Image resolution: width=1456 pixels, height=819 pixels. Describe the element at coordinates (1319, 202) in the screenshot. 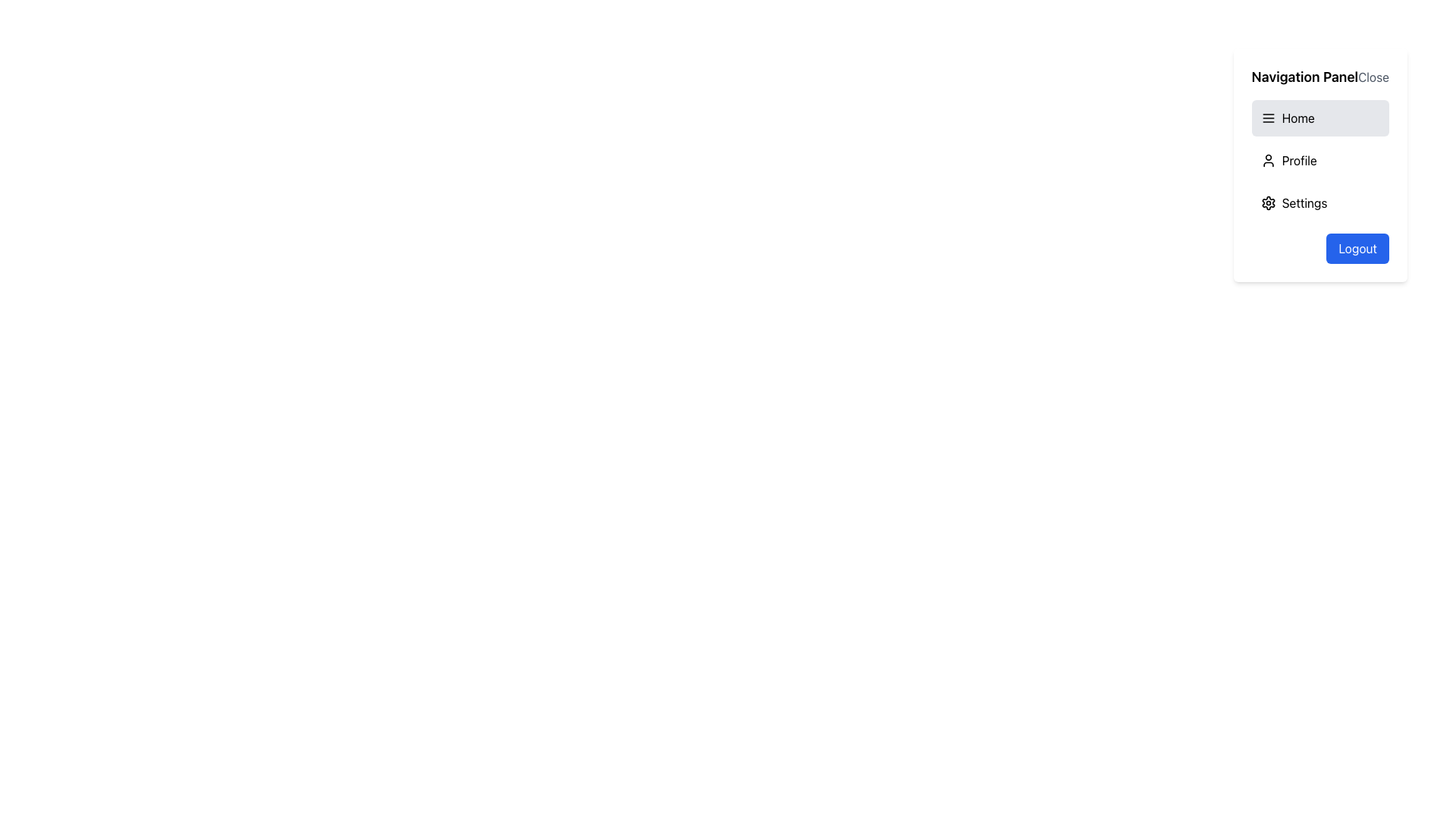

I see `the 'Settings' button, which features a cogwheel icon and is the third item in the sidebar navigation` at that location.